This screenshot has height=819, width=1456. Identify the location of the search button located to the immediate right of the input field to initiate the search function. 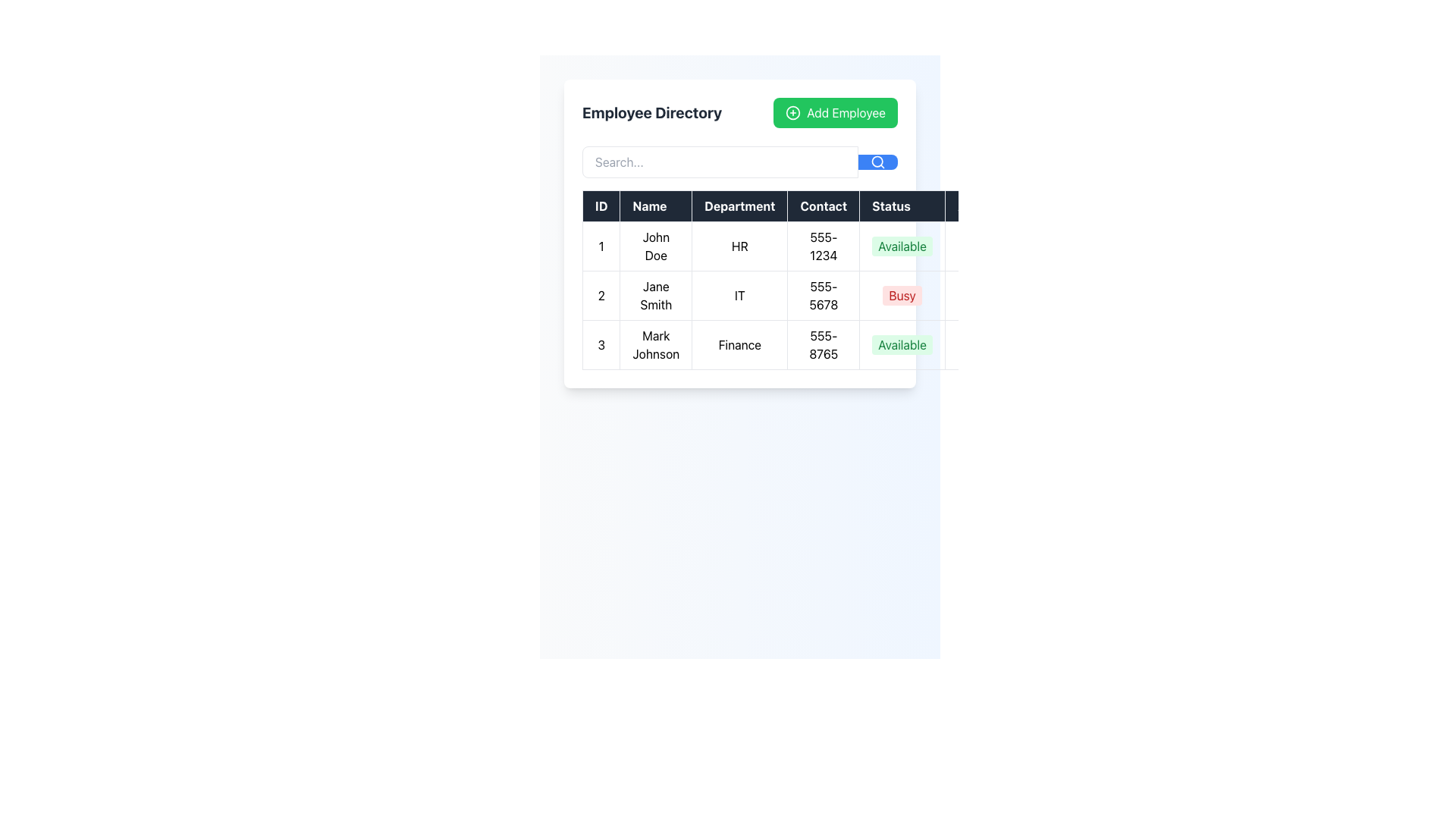
(877, 162).